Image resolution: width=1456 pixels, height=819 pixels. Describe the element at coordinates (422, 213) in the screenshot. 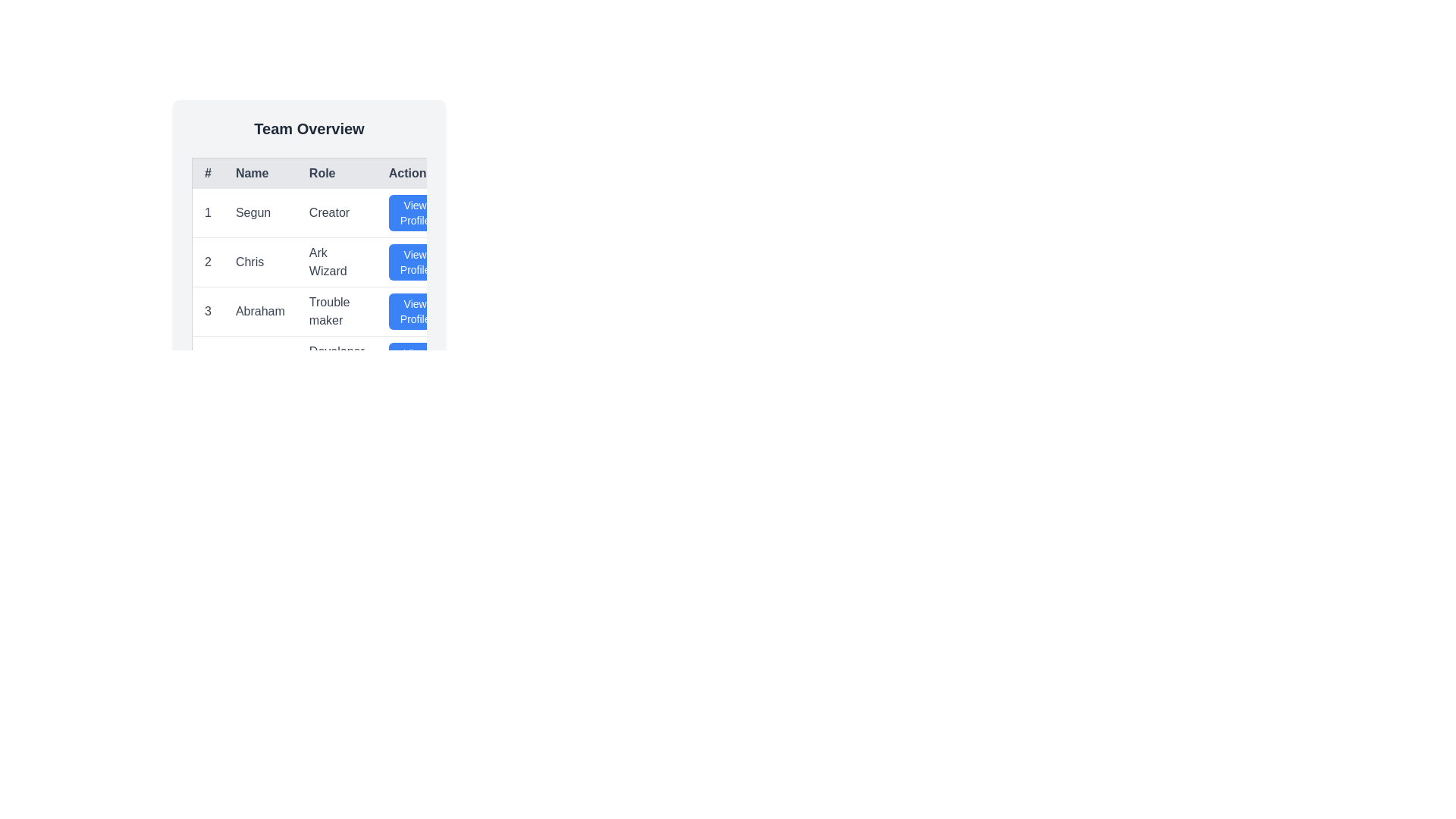

I see `the blue 'View Profile' button with white text and an arrow icon, located in the first row under the 'Action' column of the table, aligned with 'Segun' in the 'Name' column and 'Creator' in the 'Role' column, to observe a visual change` at that location.